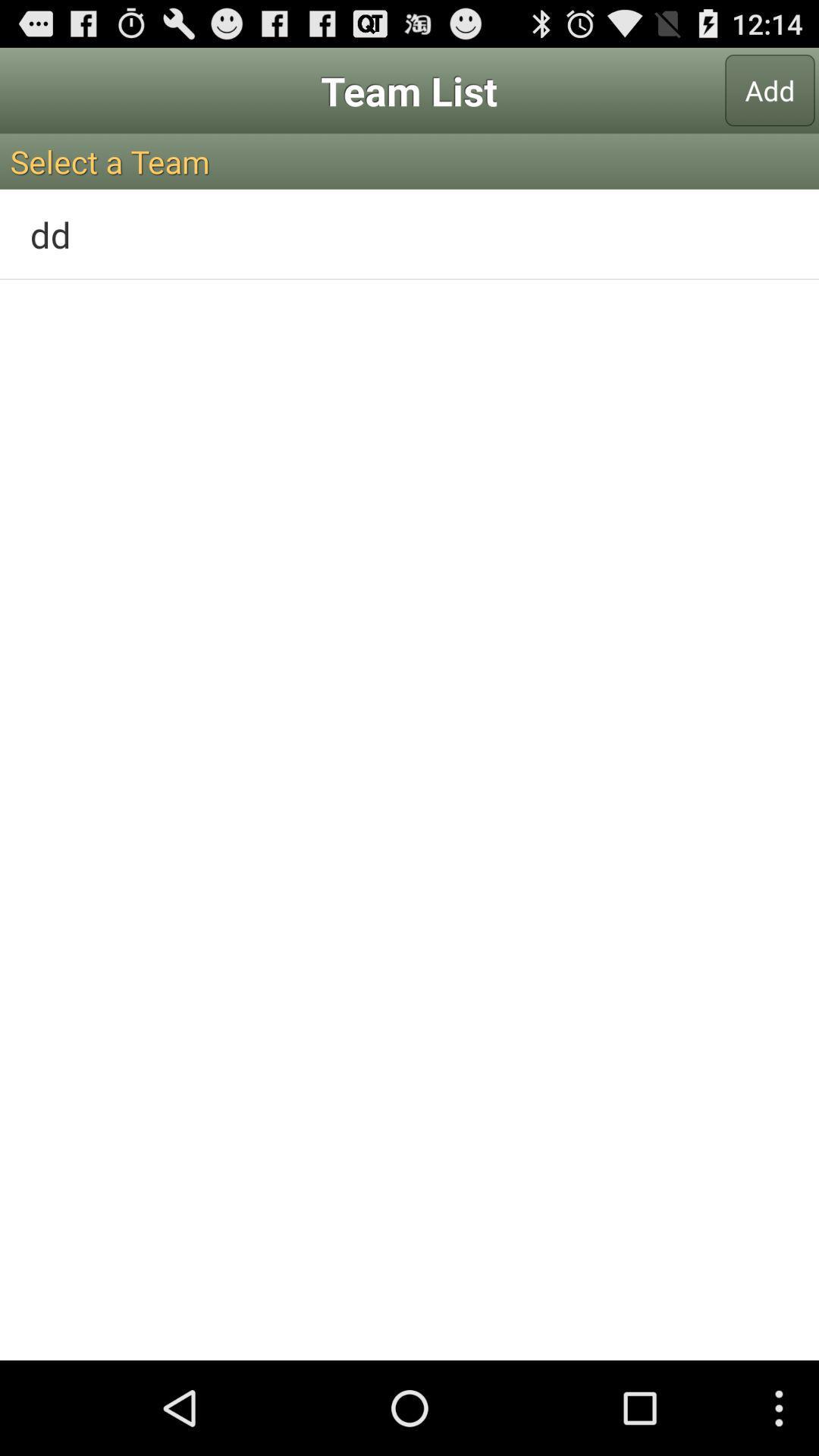  I want to click on item at the top right corner, so click(770, 89).